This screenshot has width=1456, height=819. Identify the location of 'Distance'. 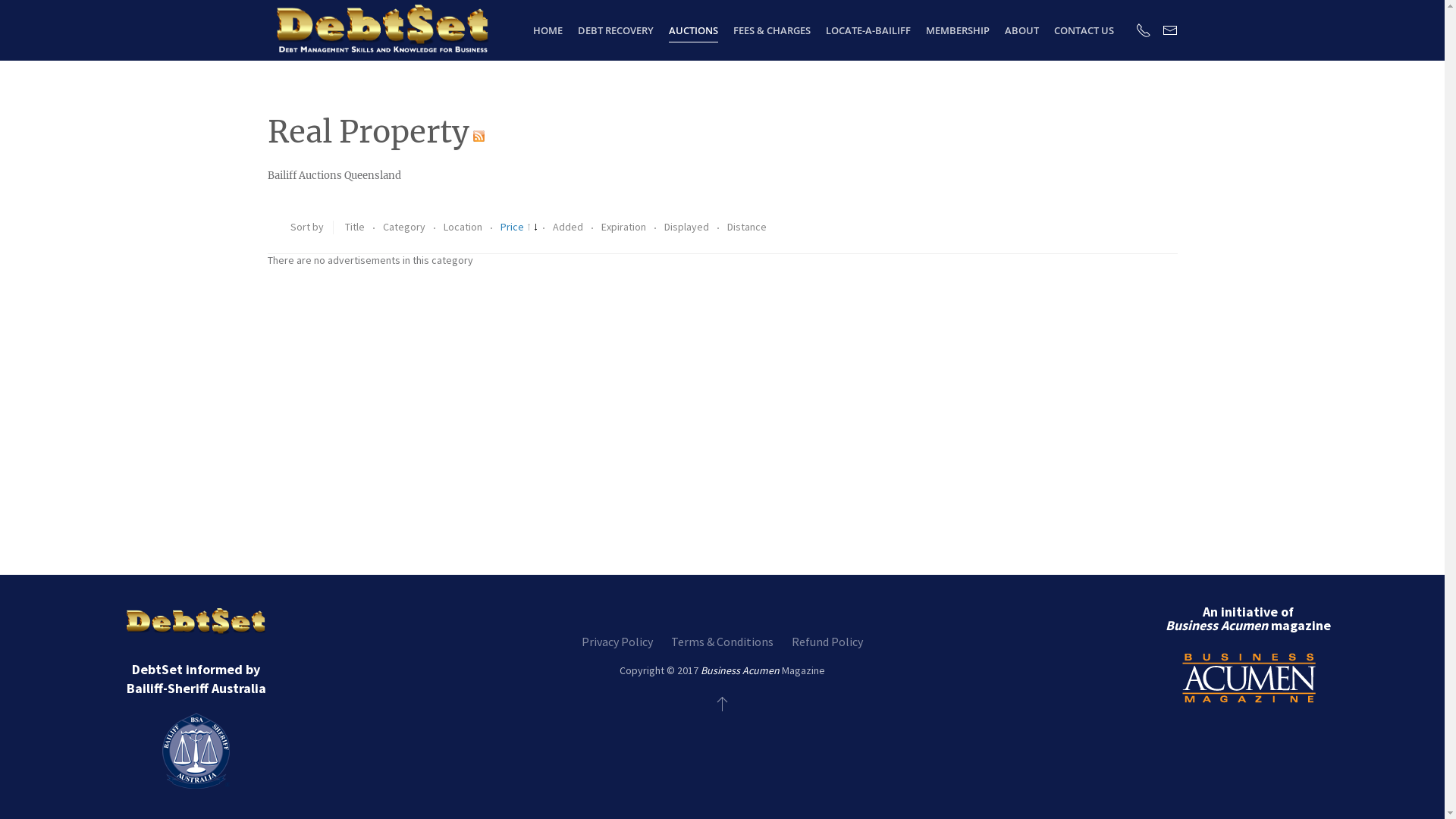
(745, 227).